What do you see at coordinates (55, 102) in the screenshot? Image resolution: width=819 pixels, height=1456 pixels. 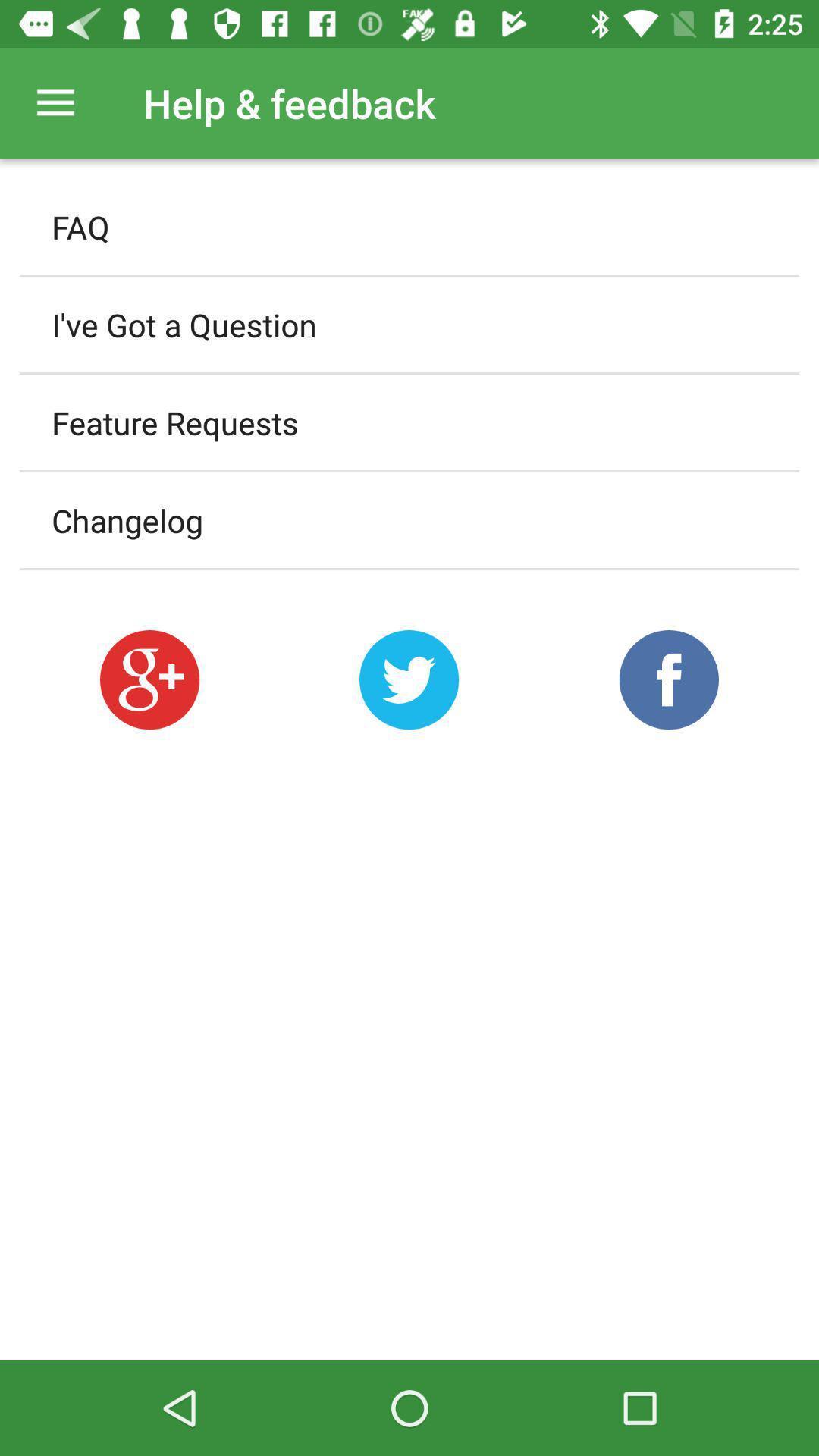 I see `icon at the top left corner` at bounding box center [55, 102].